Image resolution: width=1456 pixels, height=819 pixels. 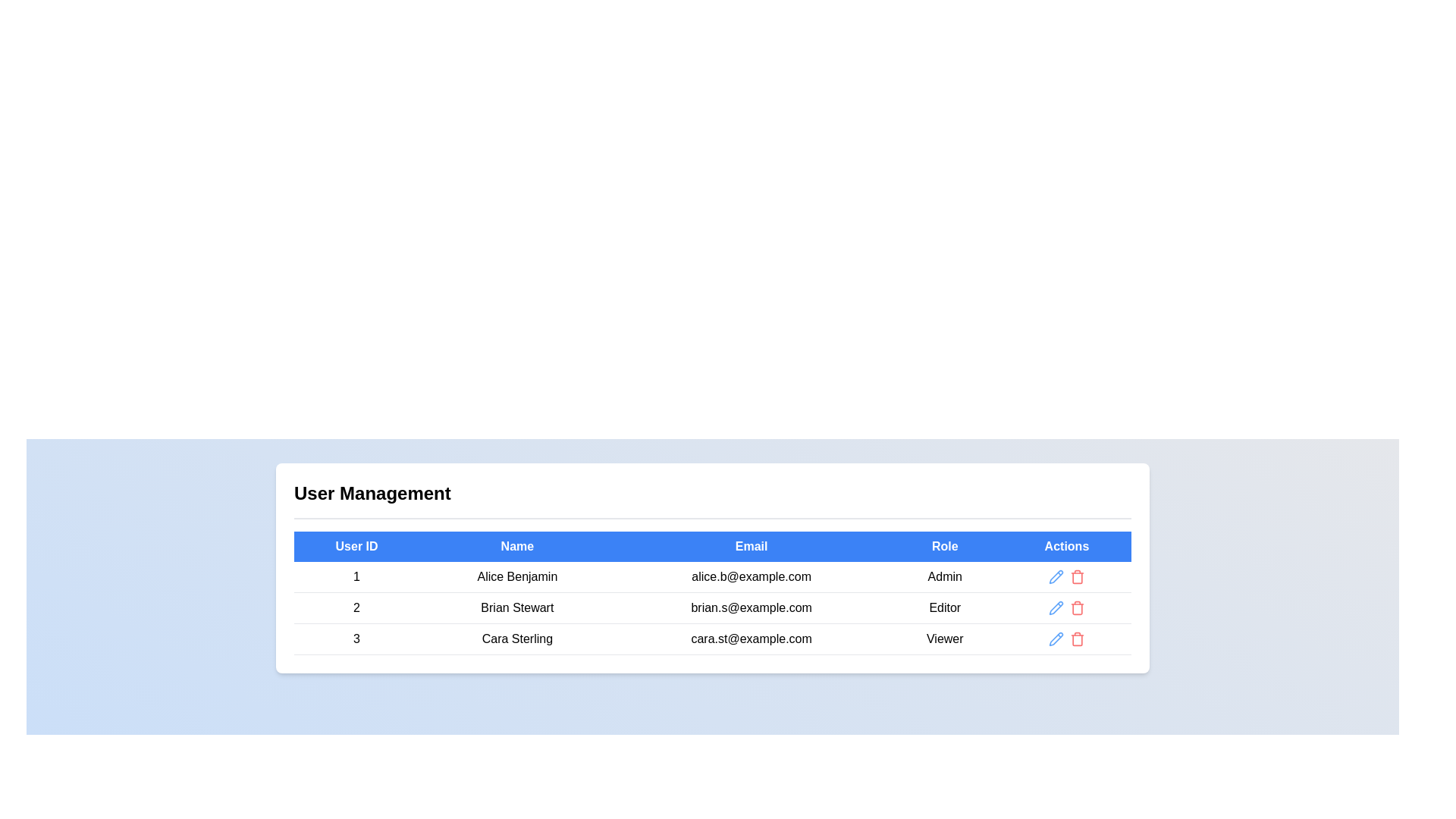 I want to click on the blue edit icon in the actions column of the first row associated with Alice Benjamin, so click(x=1065, y=577).